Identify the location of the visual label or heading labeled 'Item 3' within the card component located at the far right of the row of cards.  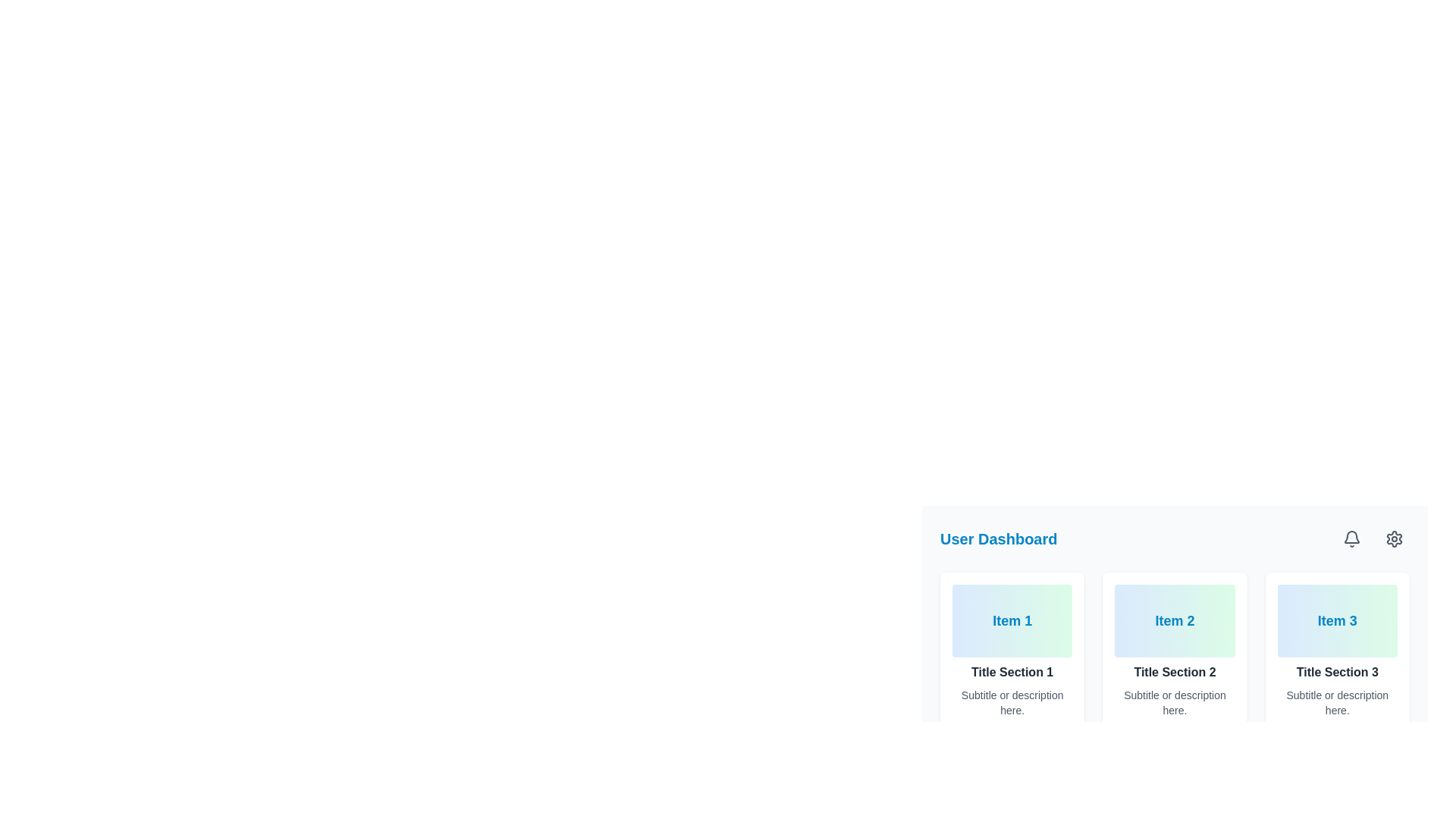
(1337, 620).